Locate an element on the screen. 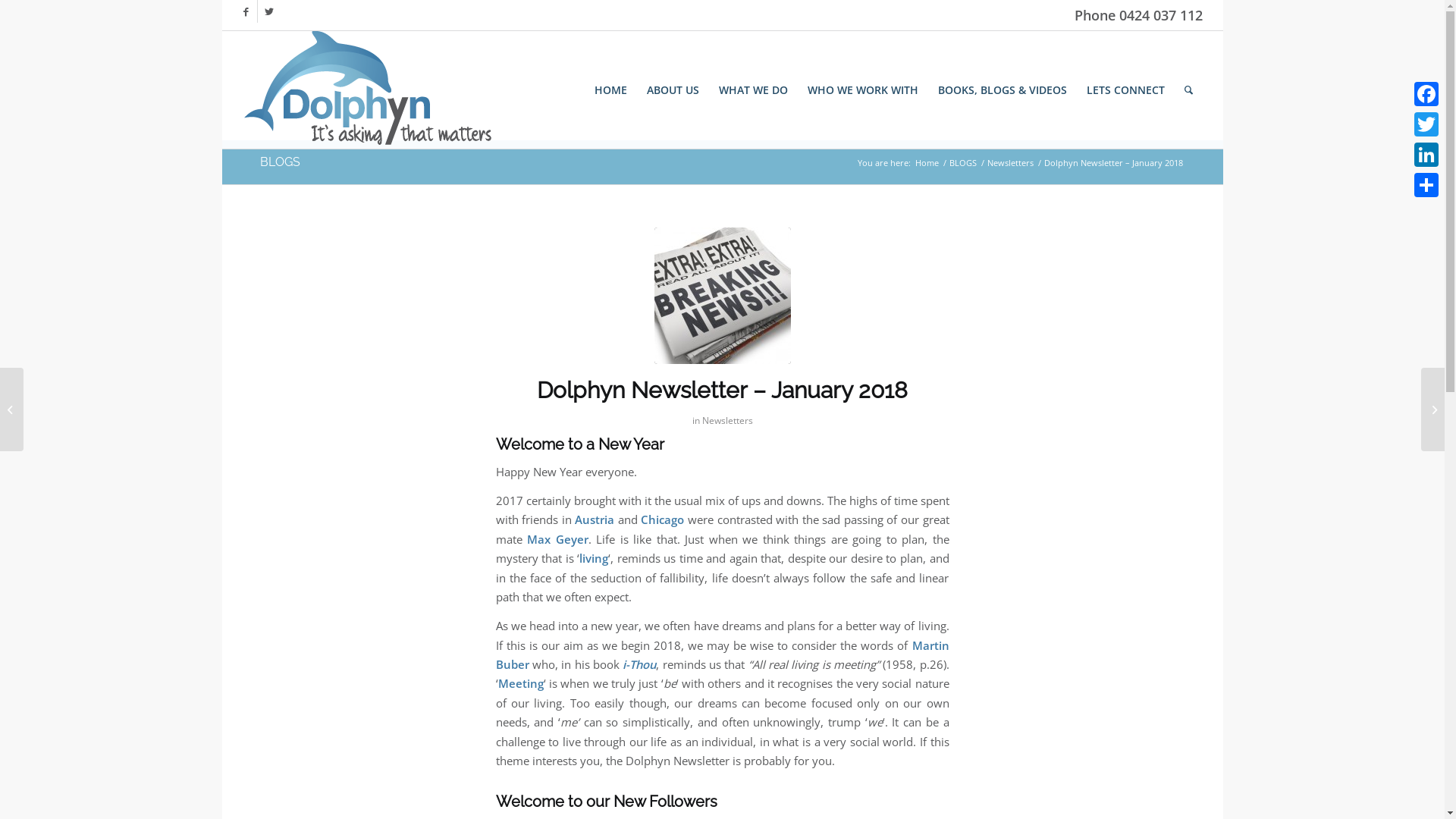  'BLOGS' is located at coordinates (279, 162).